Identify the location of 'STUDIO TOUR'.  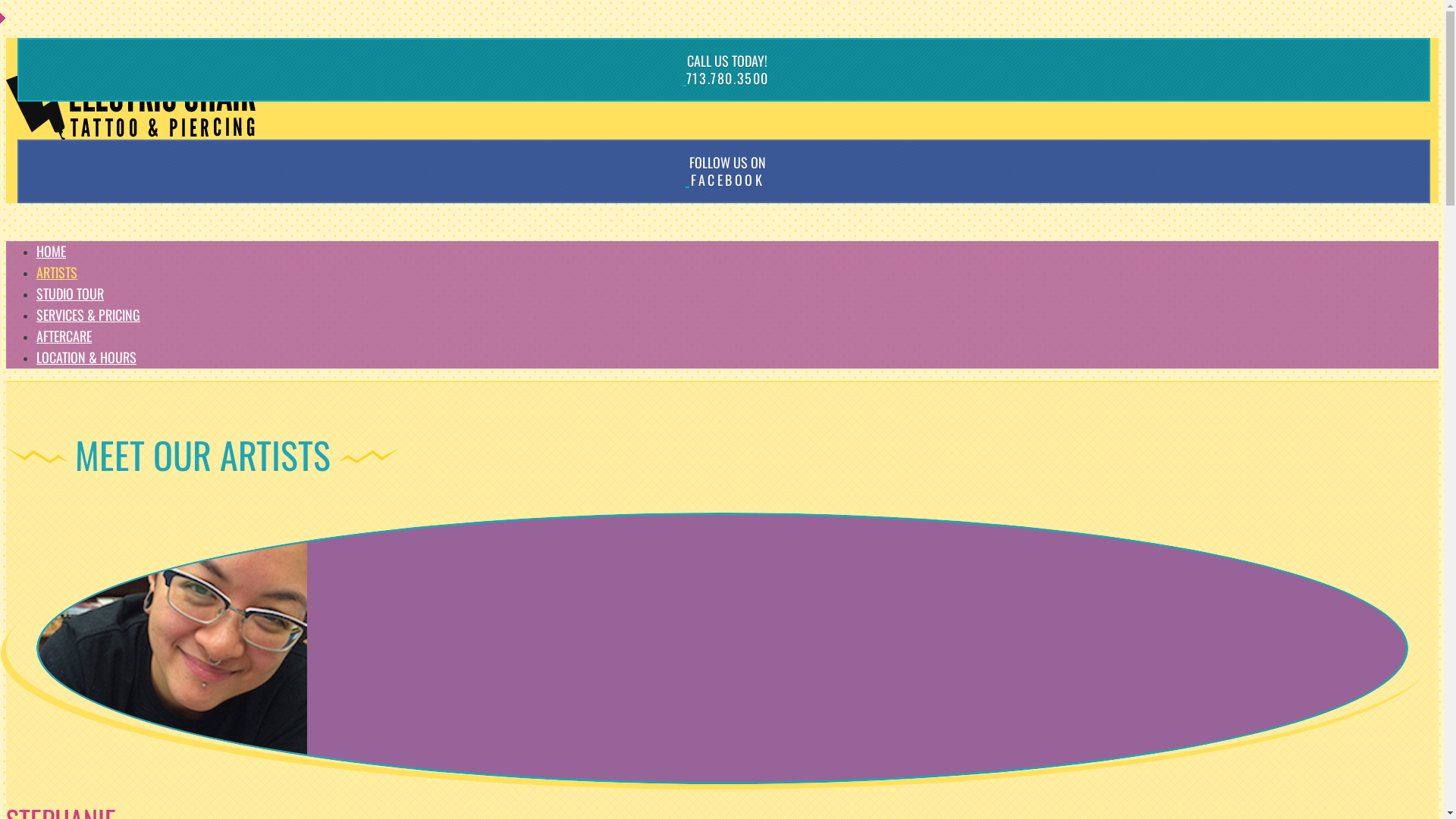
(69, 293).